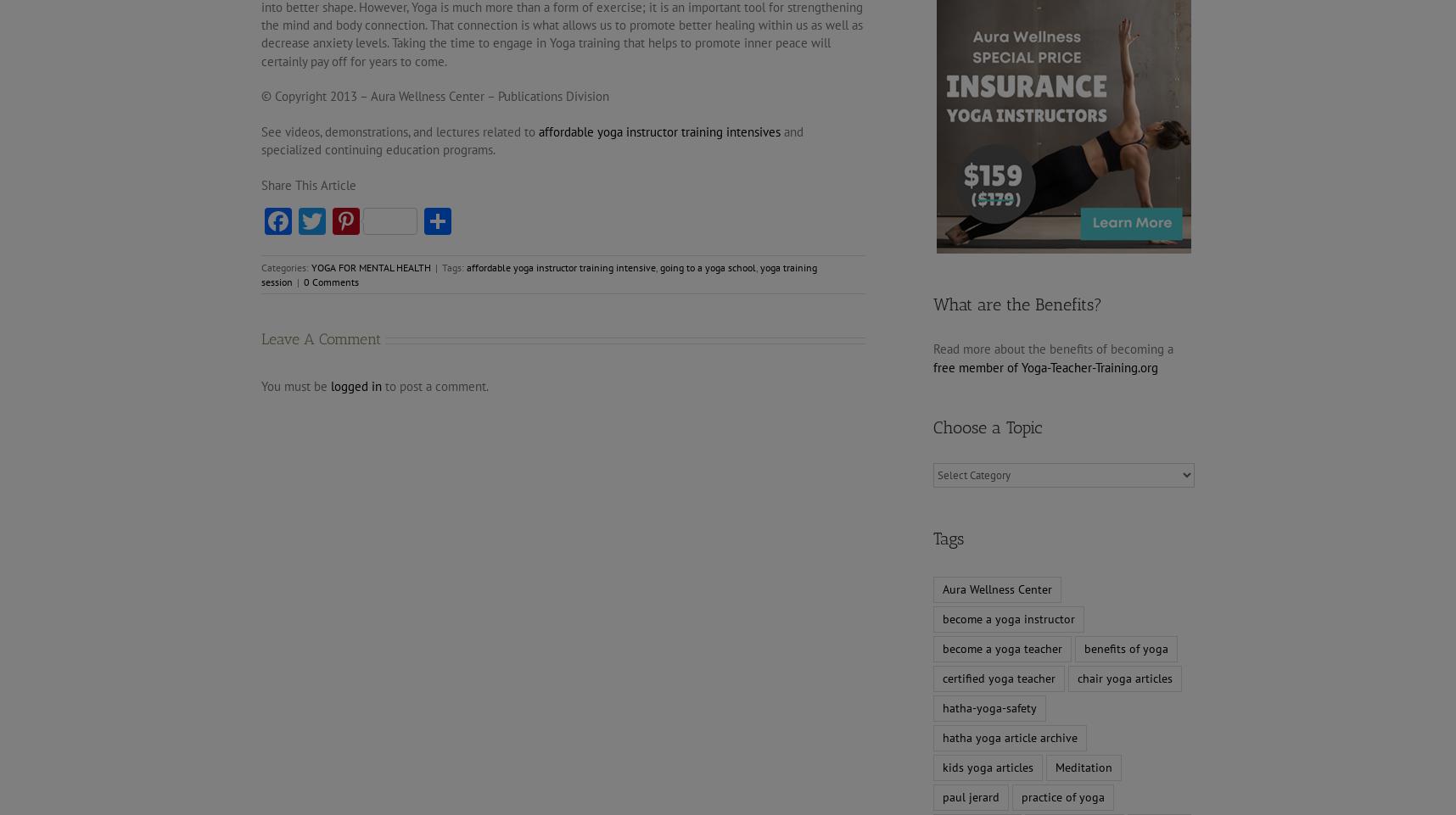 This screenshot has height=815, width=1456. What do you see at coordinates (560, 267) in the screenshot?
I see `'affordable yoga instructor training intensive'` at bounding box center [560, 267].